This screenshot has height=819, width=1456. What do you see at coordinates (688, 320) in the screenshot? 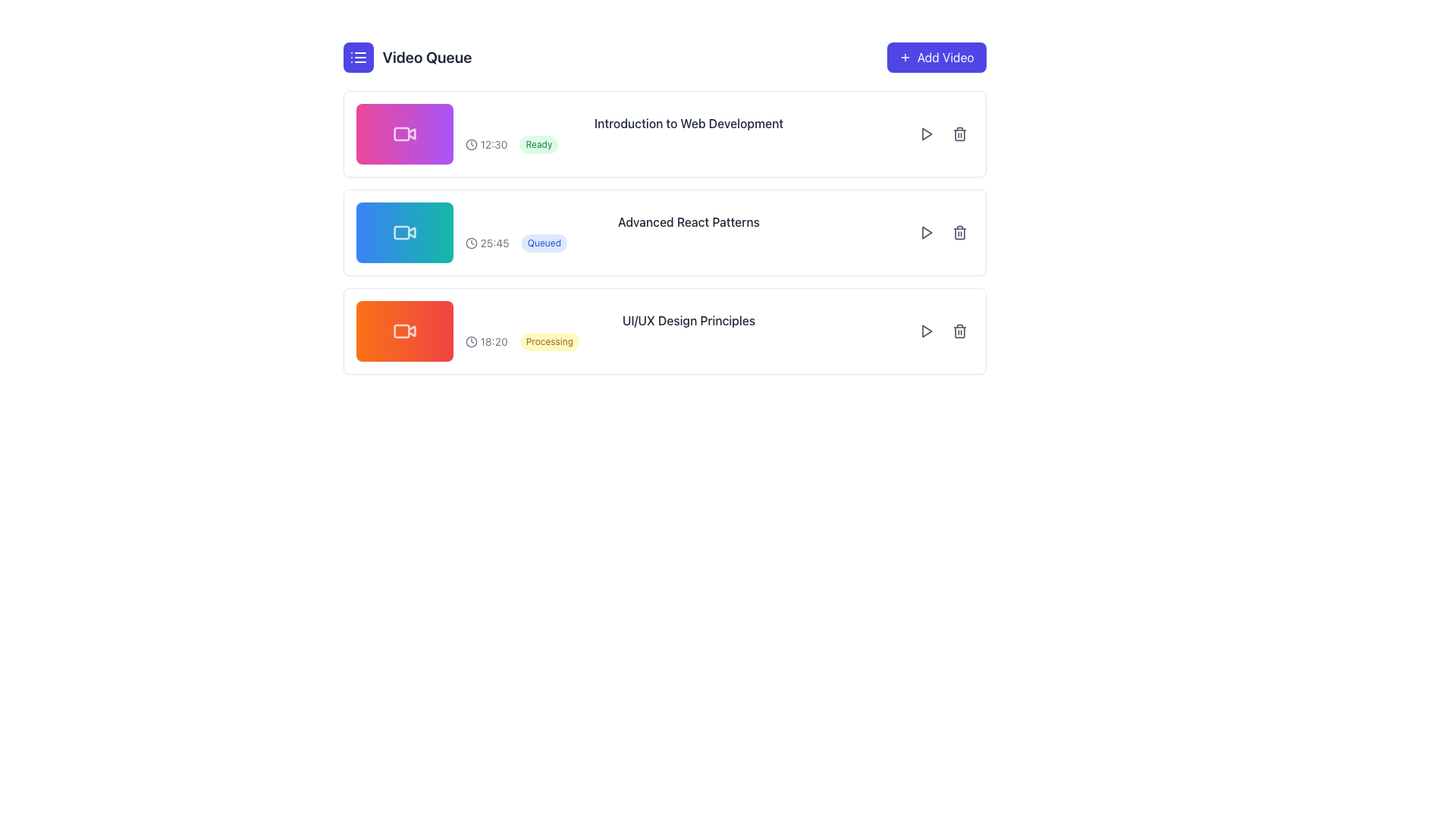
I see `the text label that serves as a title for the specific video entry in the third video row, located in the lower section of the interface` at bounding box center [688, 320].